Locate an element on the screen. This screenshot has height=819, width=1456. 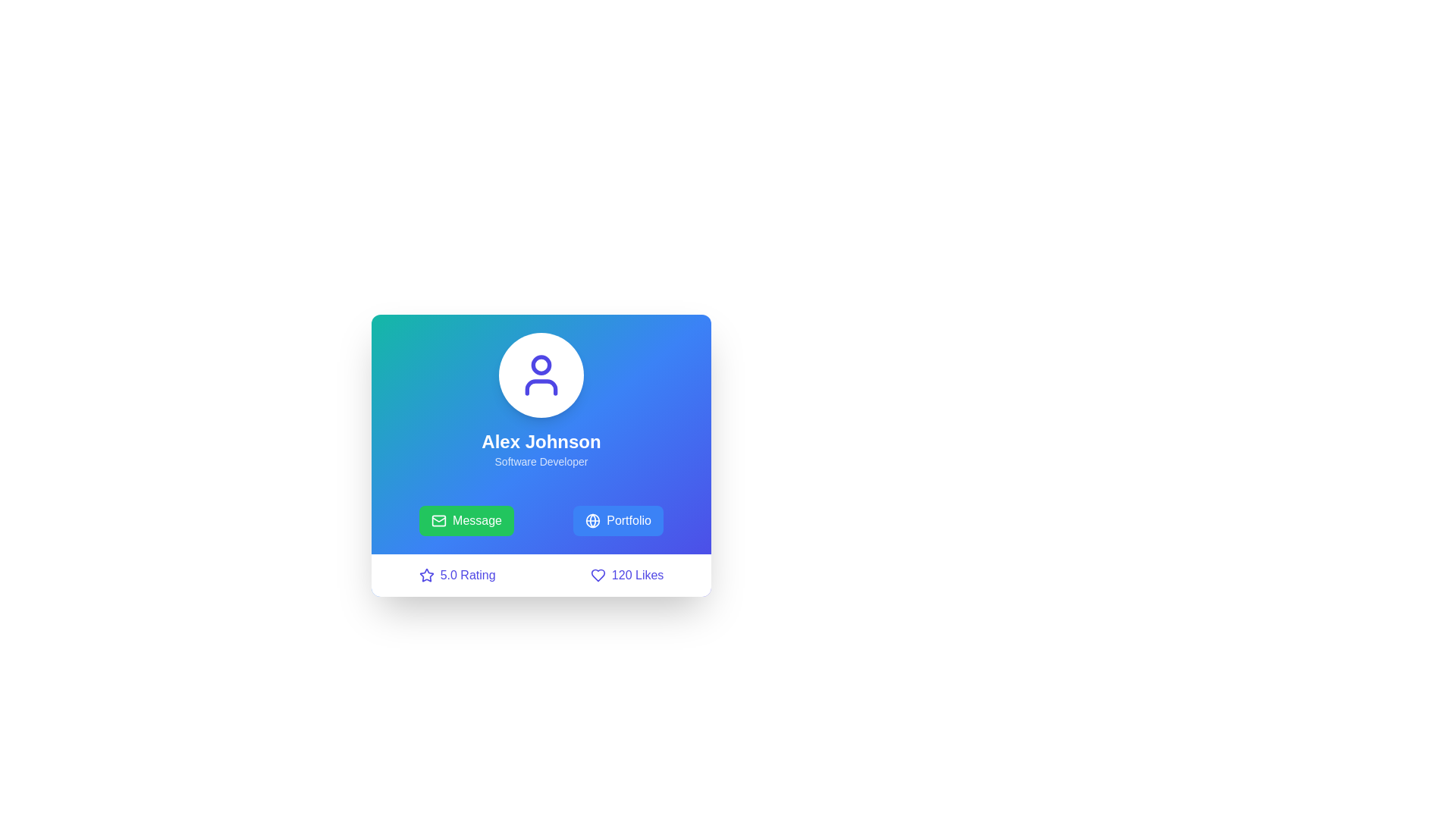
the '120 Likes' text and heart icon element, which is styled in indigo and located in the bottom right portion of the card layout, adjacent to the '5.0 Rating' element is located at coordinates (627, 576).